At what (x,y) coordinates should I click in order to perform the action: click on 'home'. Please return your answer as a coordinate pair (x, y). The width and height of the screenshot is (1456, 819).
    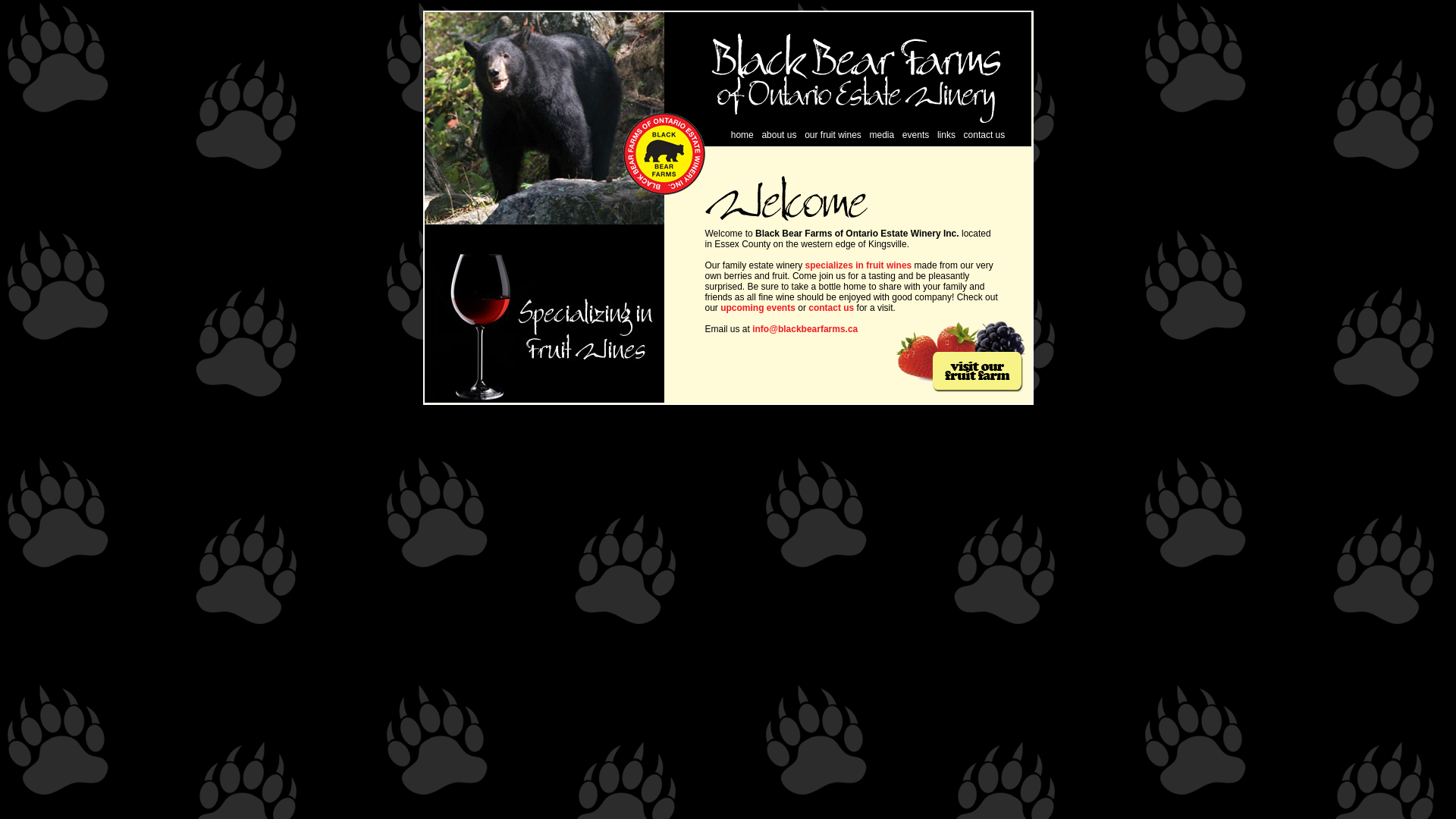
    Looking at the image, I should click on (742, 133).